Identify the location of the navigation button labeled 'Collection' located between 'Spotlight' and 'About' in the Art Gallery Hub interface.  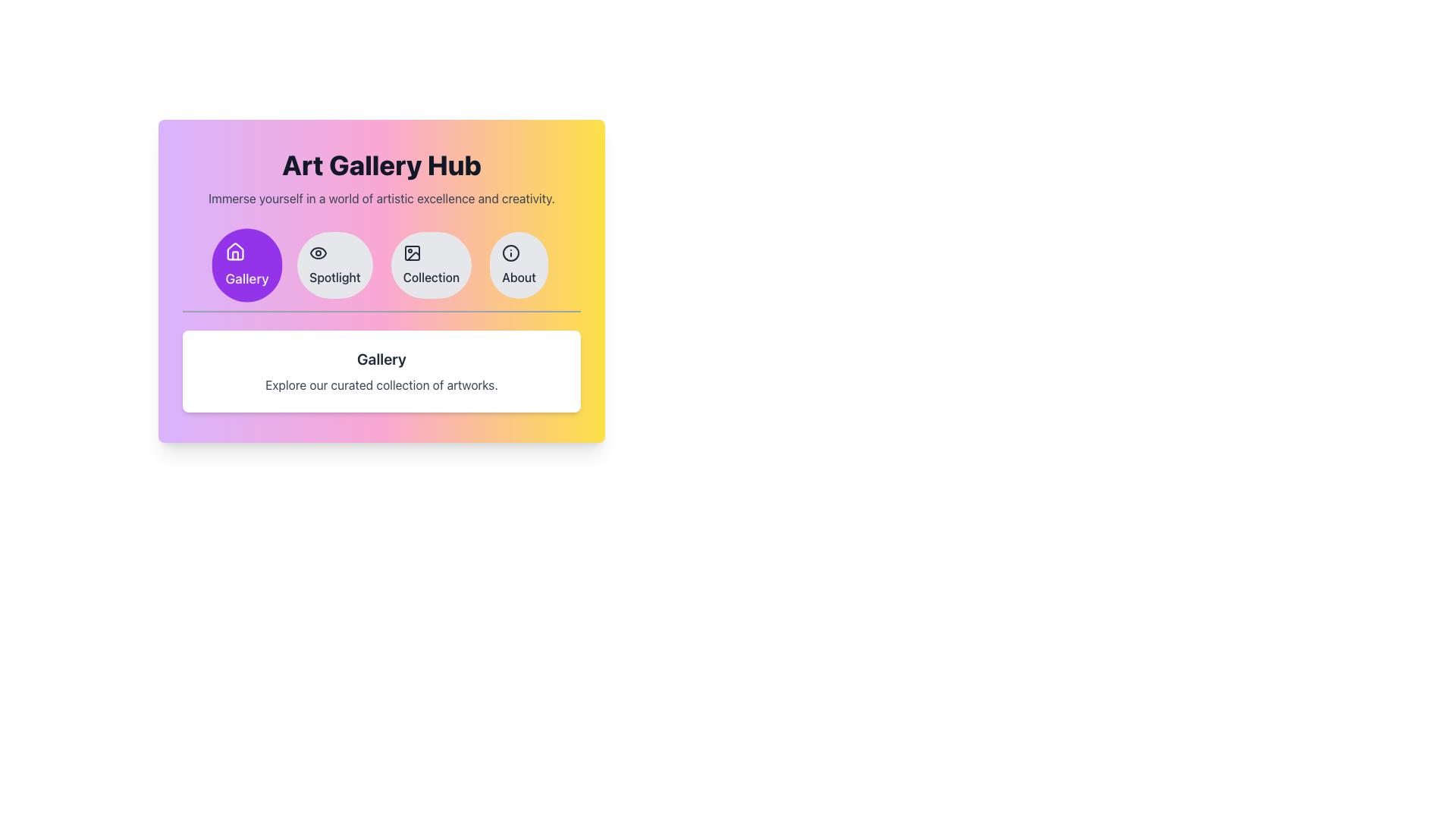
(430, 265).